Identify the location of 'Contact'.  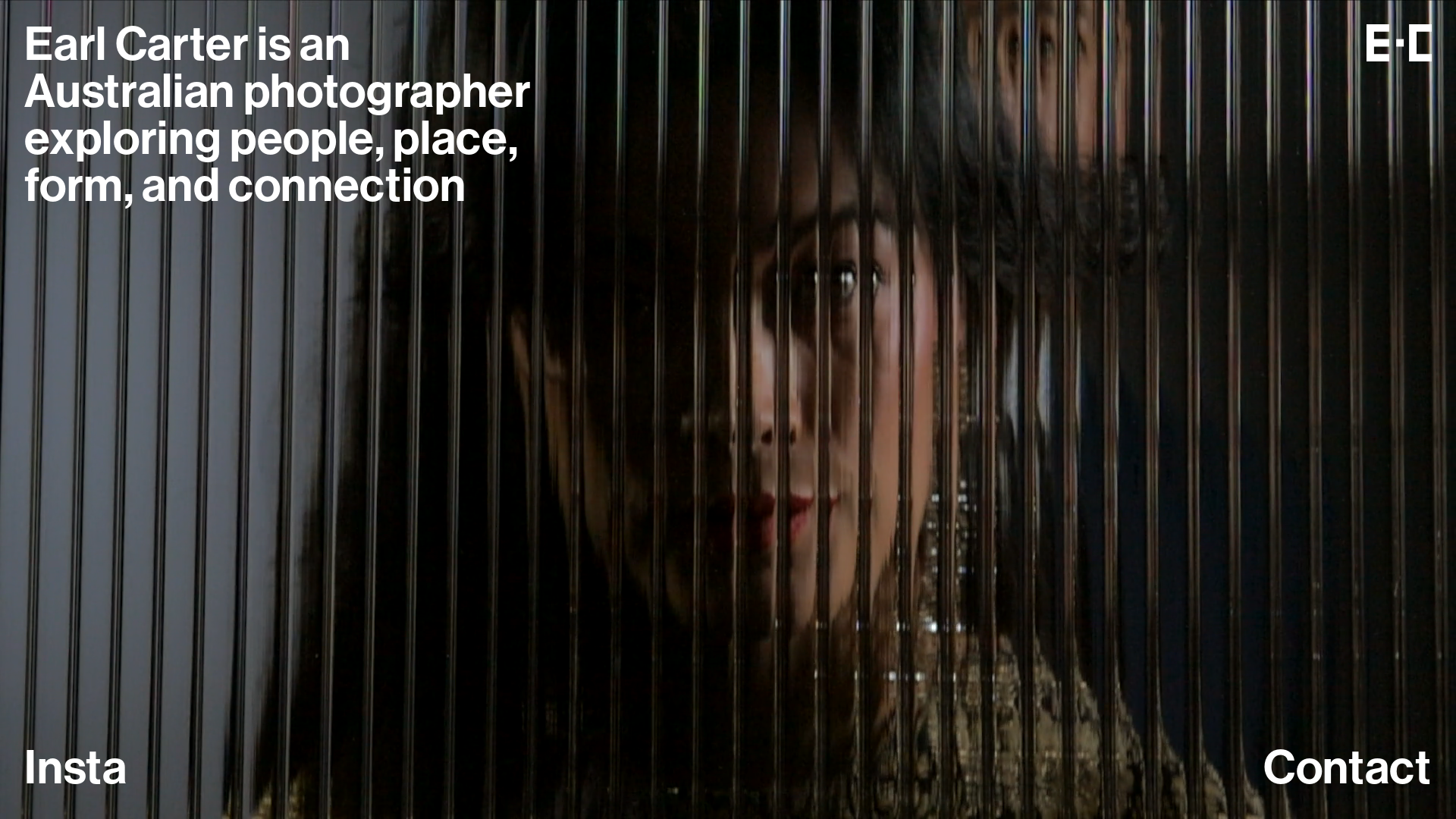
(1347, 771).